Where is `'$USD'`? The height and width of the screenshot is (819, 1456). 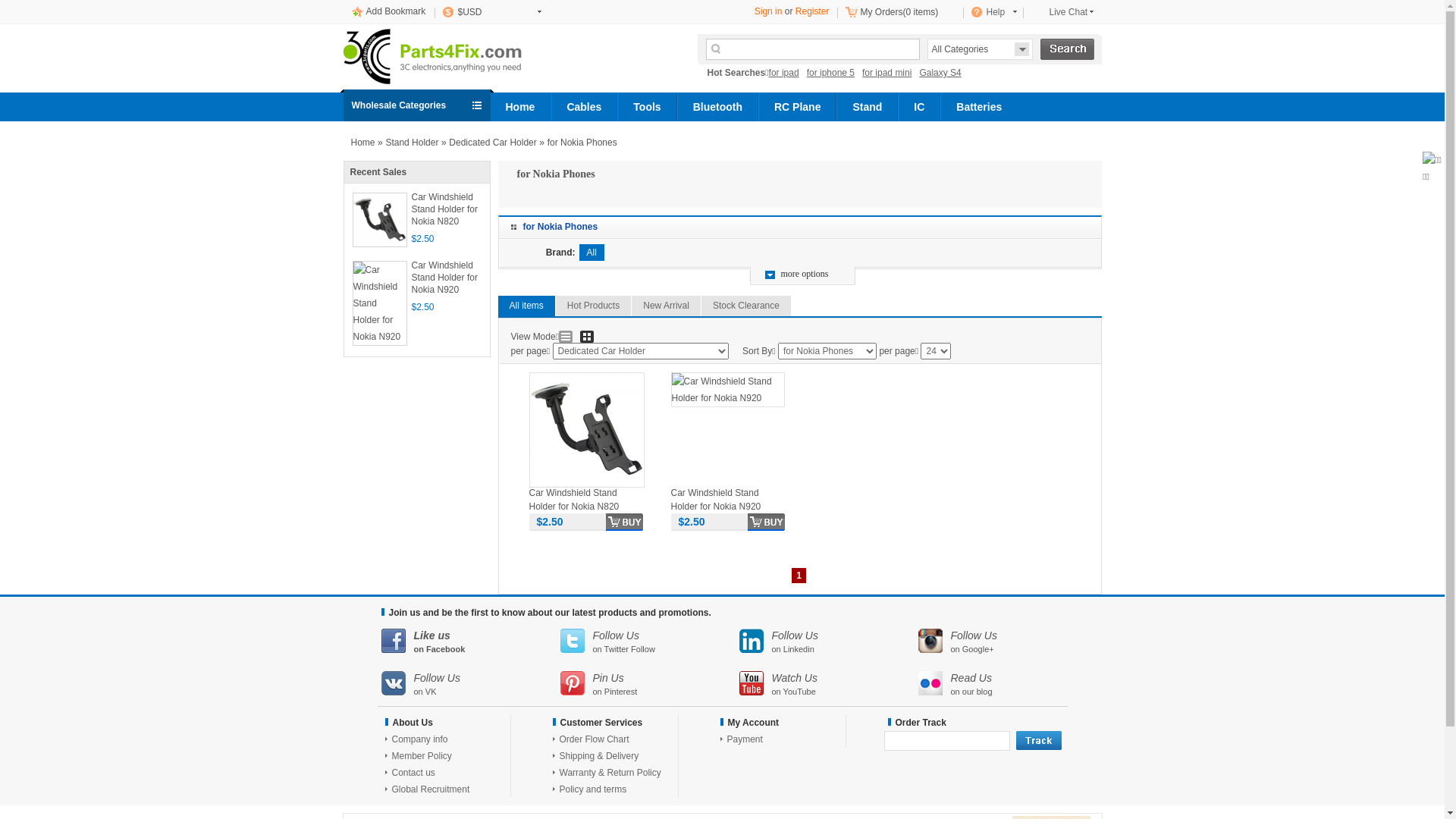
'$USD' is located at coordinates (491, 12).